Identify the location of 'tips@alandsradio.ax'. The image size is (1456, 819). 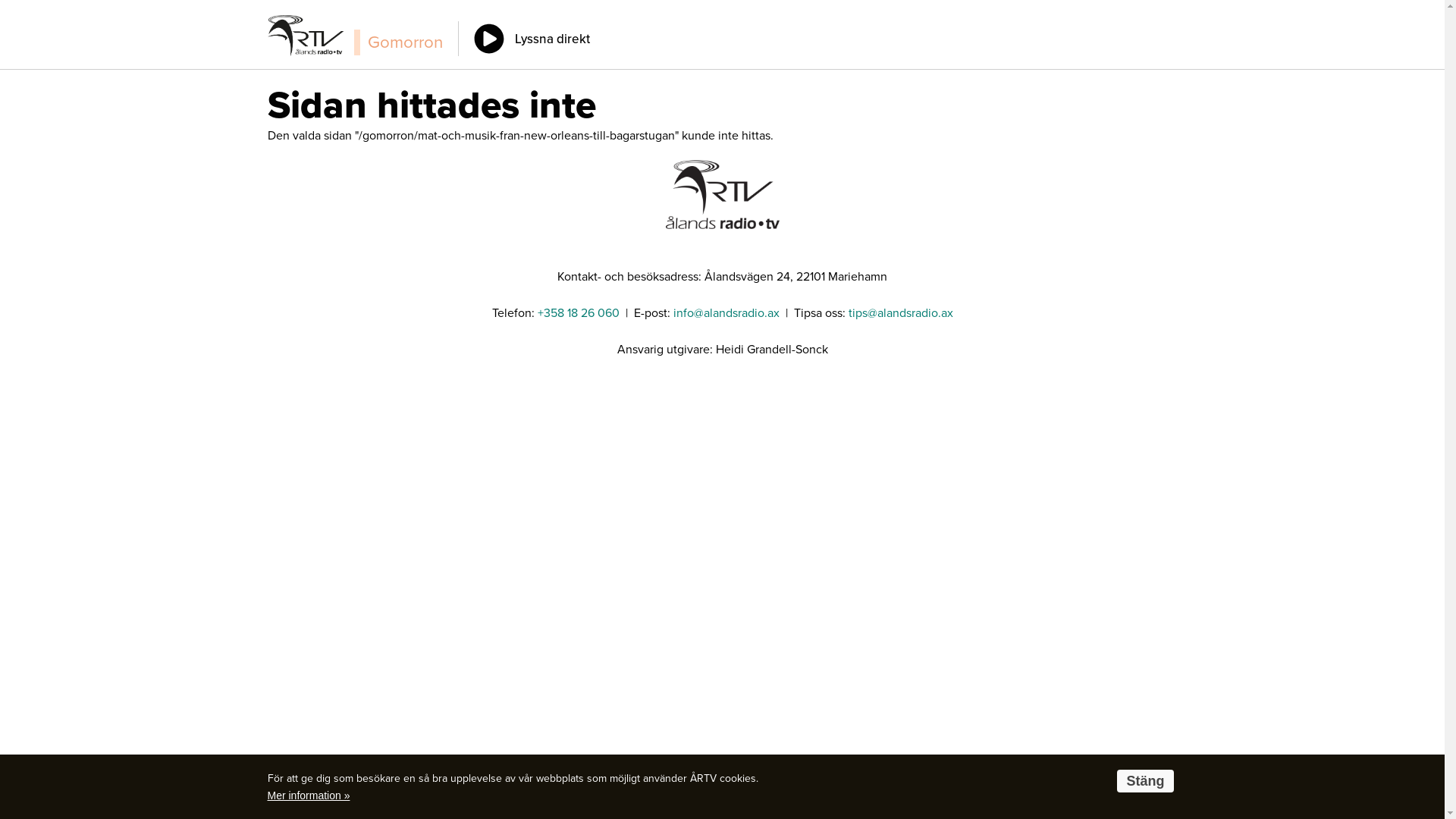
(899, 312).